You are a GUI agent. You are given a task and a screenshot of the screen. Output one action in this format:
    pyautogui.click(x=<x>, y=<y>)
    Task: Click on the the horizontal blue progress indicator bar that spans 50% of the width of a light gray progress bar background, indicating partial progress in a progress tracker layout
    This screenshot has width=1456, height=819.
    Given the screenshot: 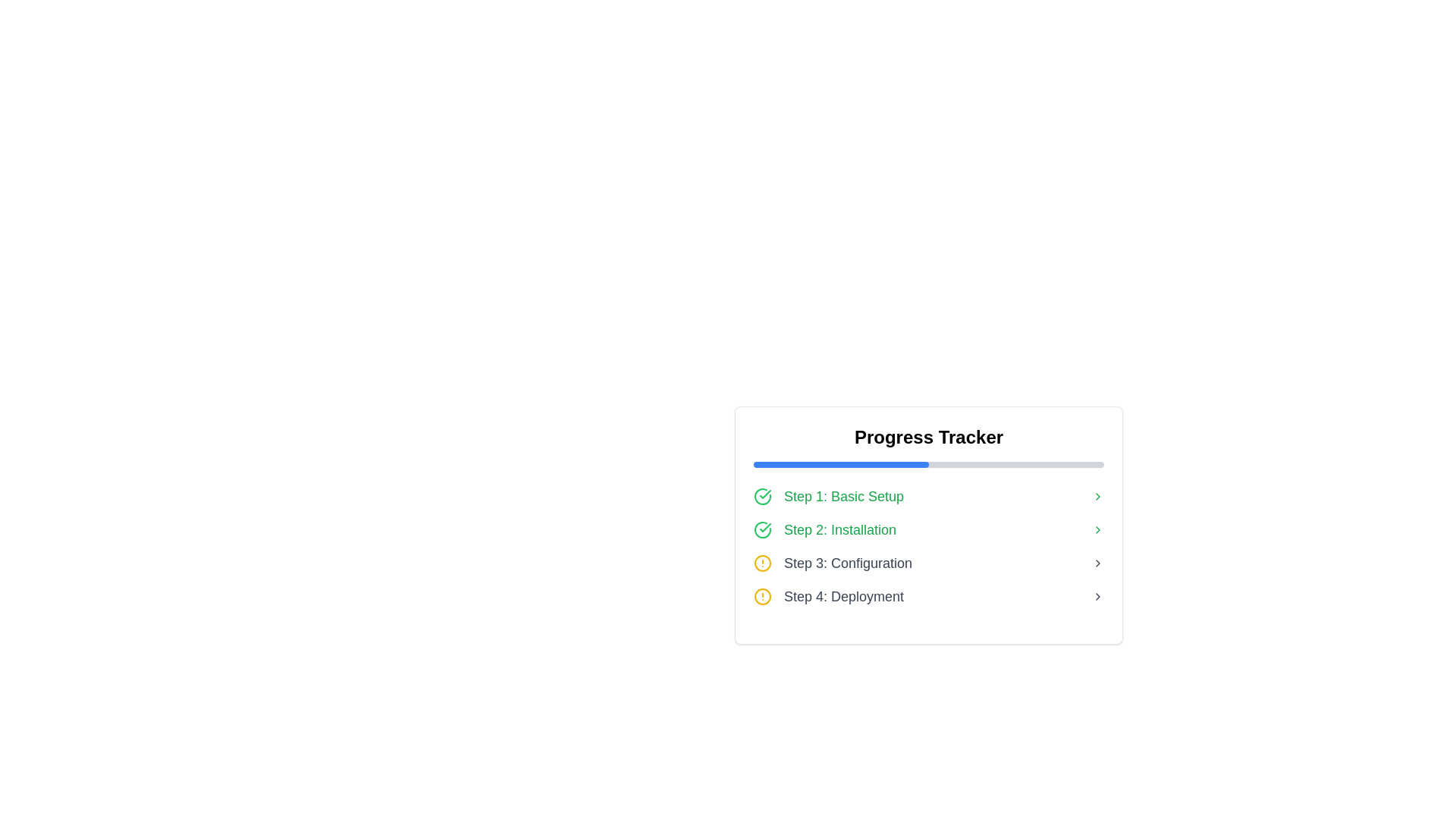 What is the action you would take?
    pyautogui.click(x=840, y=464)
    